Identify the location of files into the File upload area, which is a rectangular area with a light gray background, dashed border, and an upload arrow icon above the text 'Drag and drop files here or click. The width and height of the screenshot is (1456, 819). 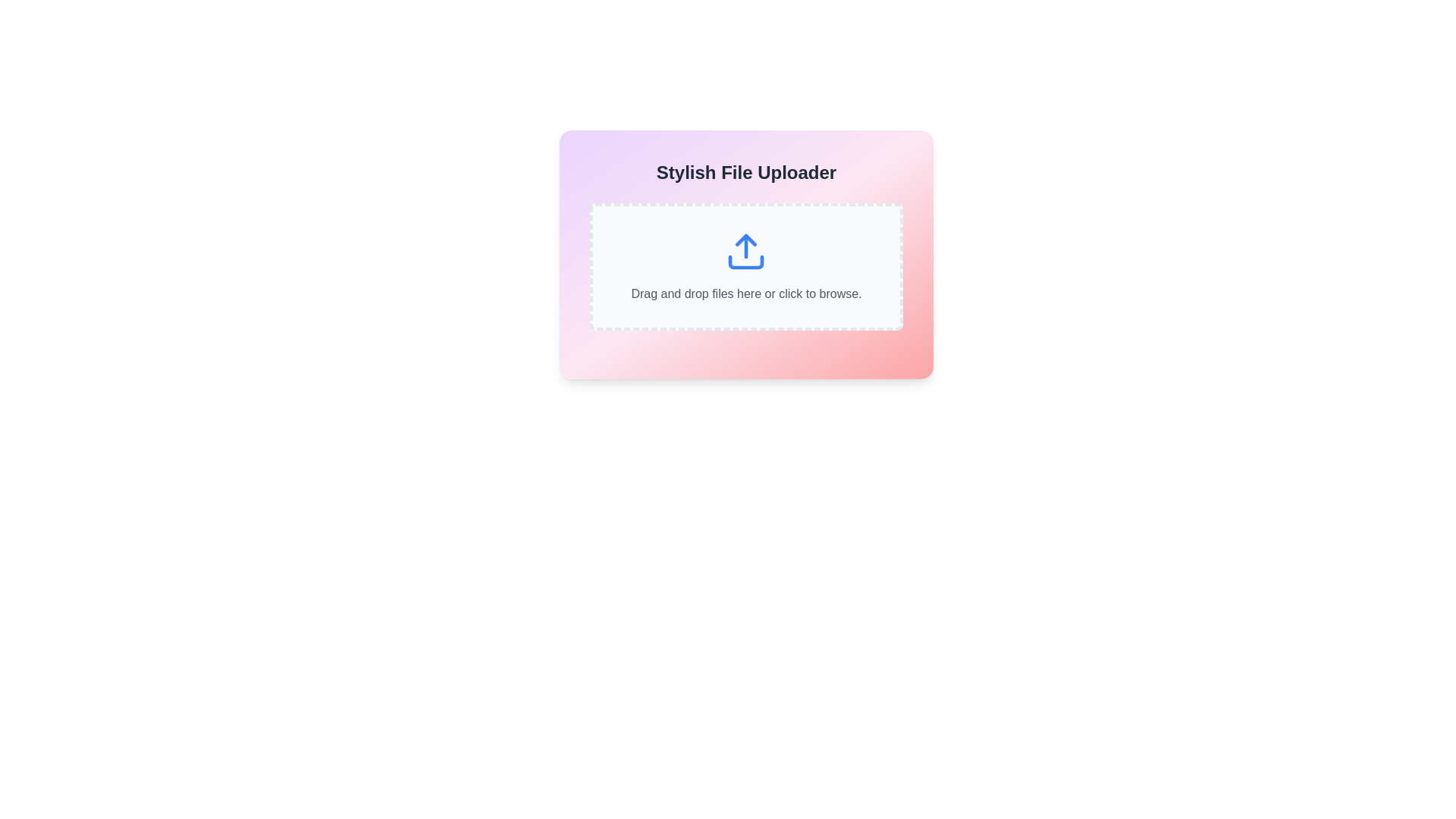
(746, 265).